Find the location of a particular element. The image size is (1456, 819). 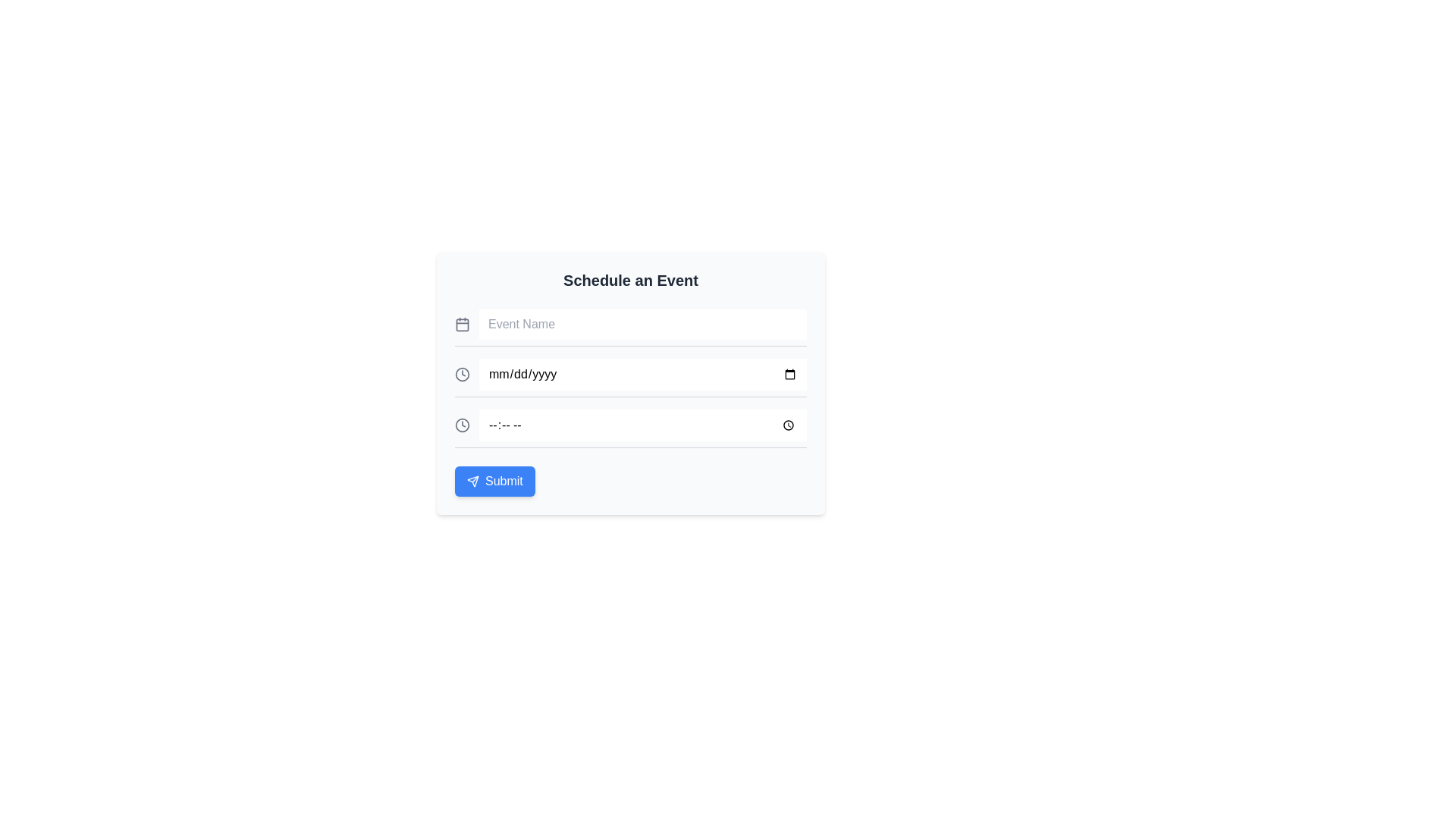

title of the text-based heading located at the top of the form, which provides context about the form's purpose is located at coordinates (630, 281).